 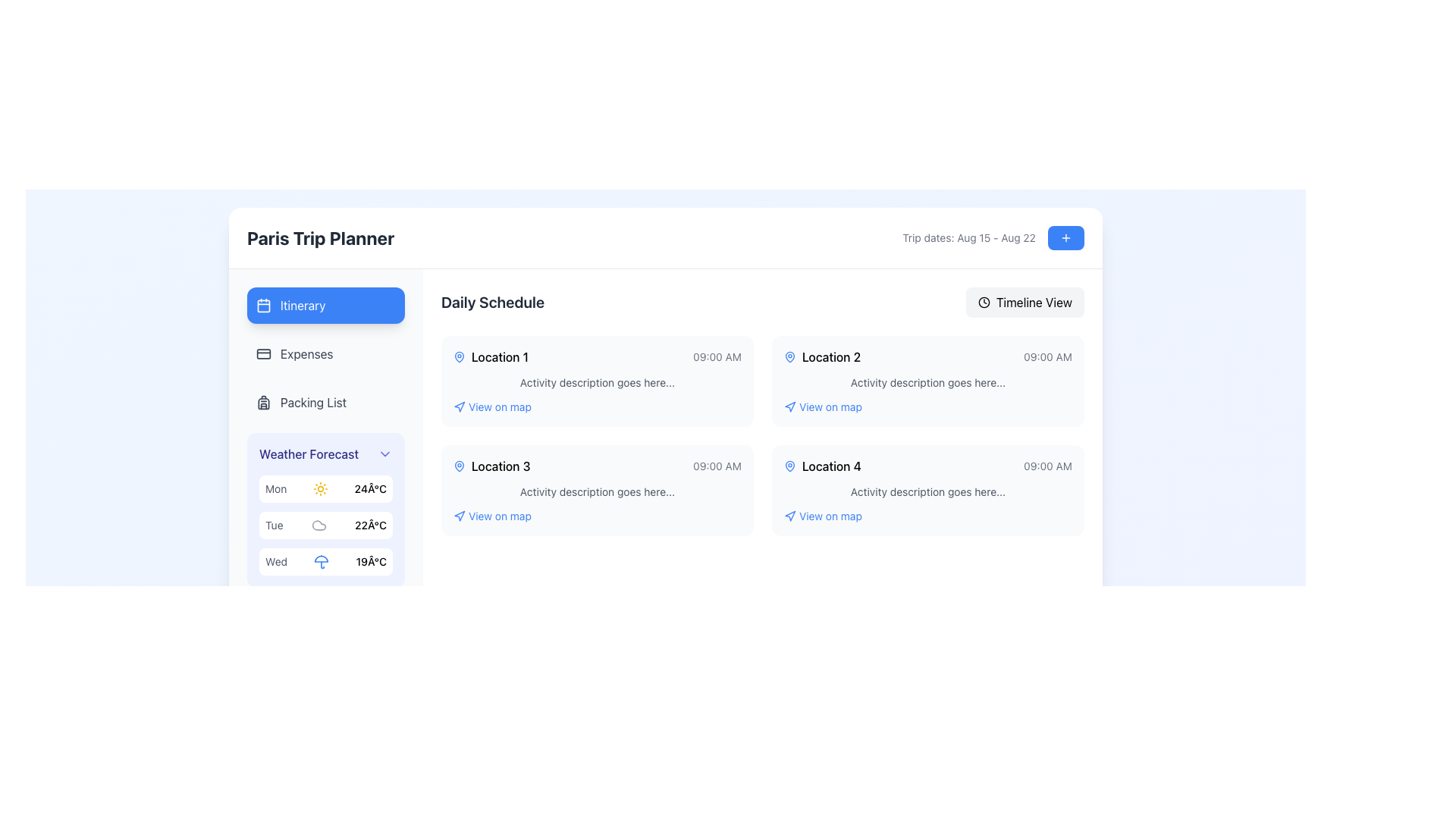 What do you see at coordinates (984, 302) in the screenshot?
I see `the 'Timeline View' icon located at the top-right corner of the interface` at bounding box center [984, 302].